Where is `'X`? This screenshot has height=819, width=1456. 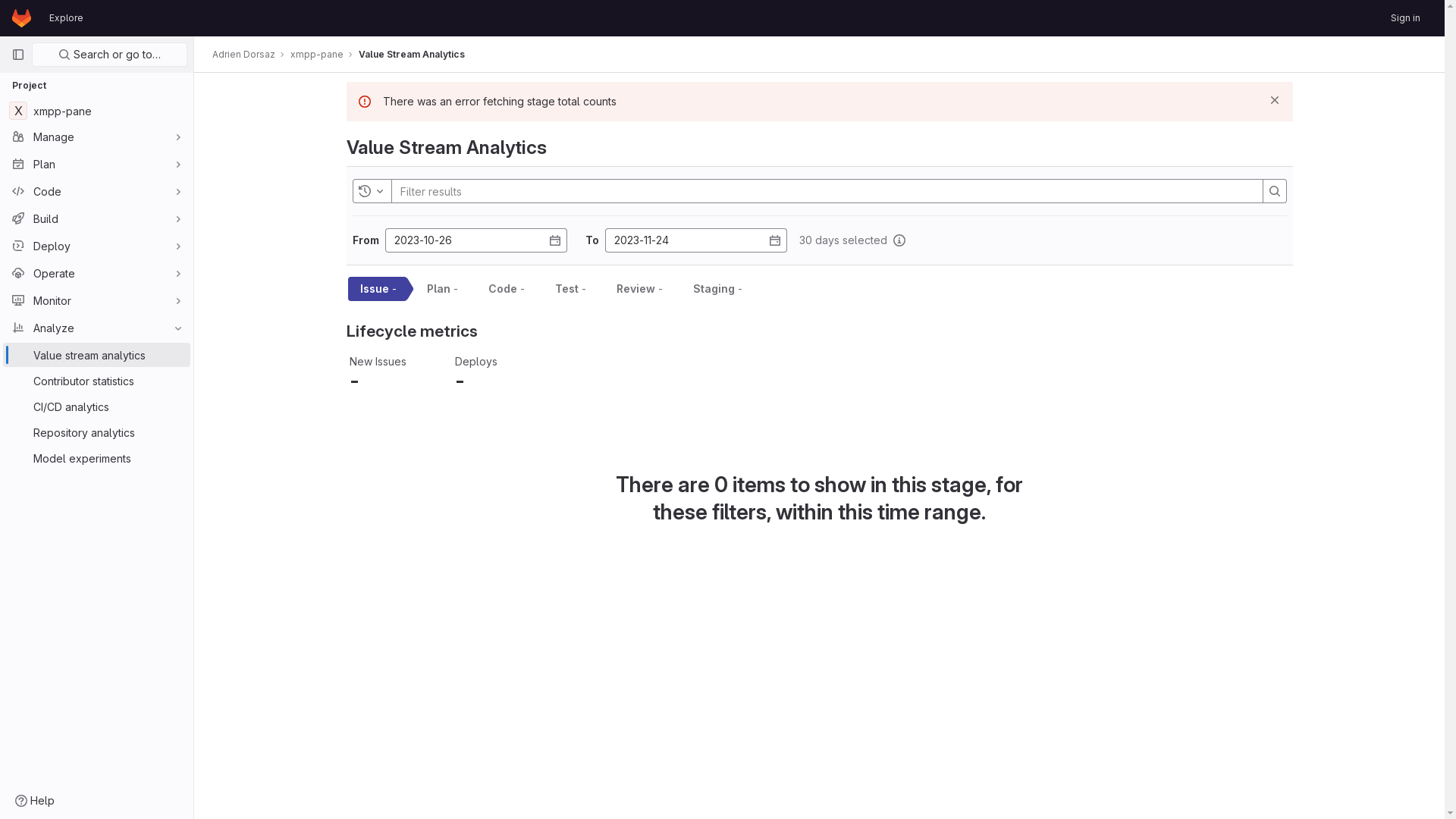
'X is located at coordinates (3, 110).